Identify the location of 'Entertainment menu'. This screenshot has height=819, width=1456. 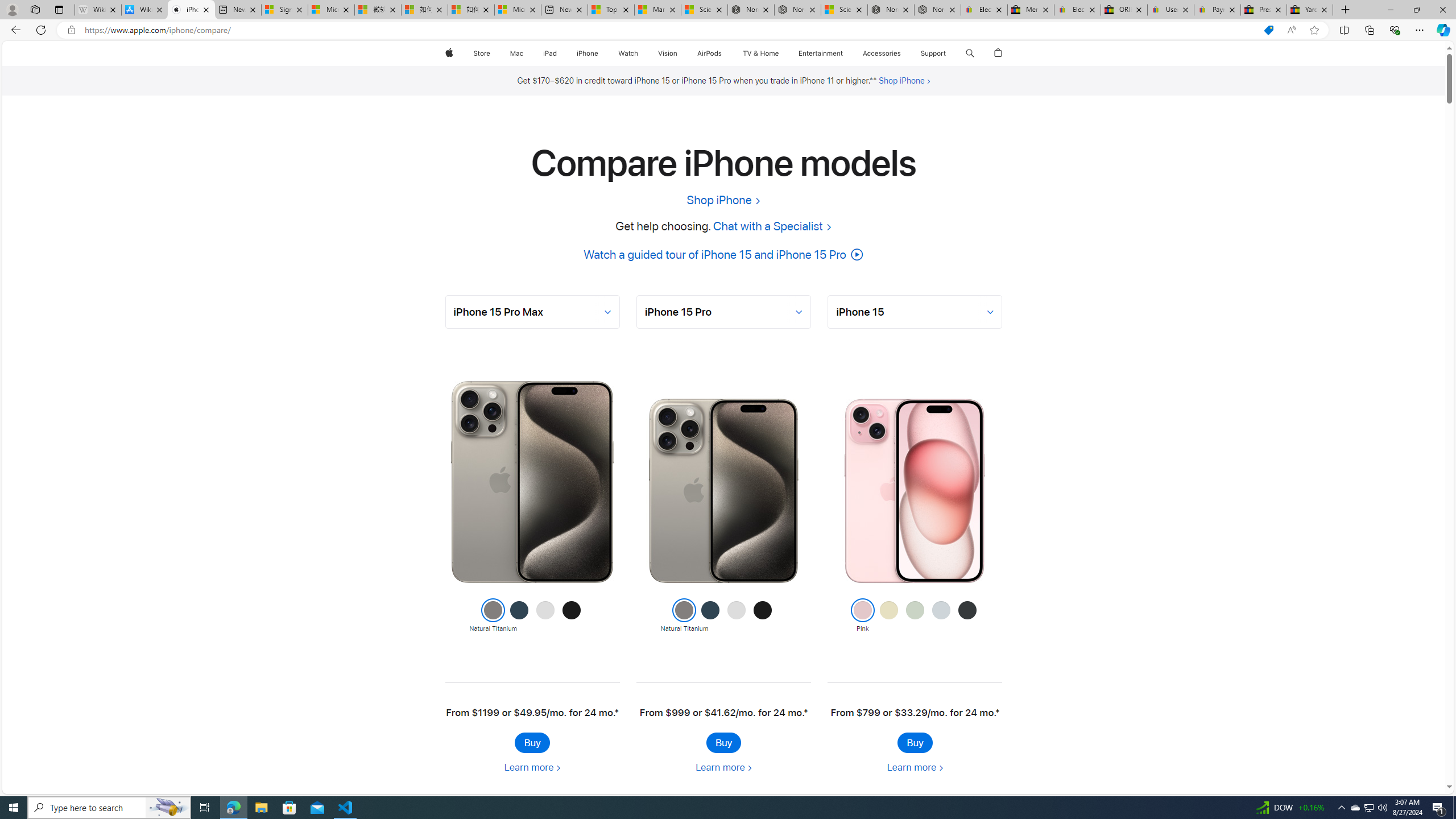
(845, 53).